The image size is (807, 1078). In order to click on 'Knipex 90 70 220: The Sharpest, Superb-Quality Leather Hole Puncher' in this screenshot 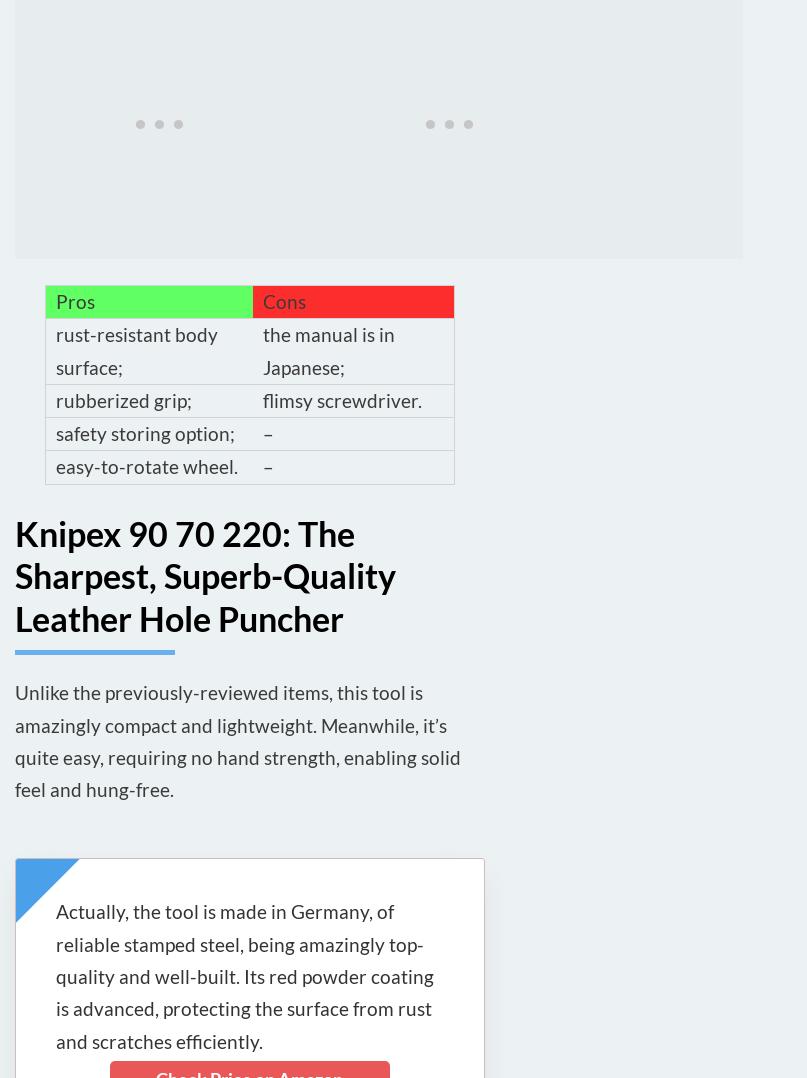, I will do `click(15, 574)`.